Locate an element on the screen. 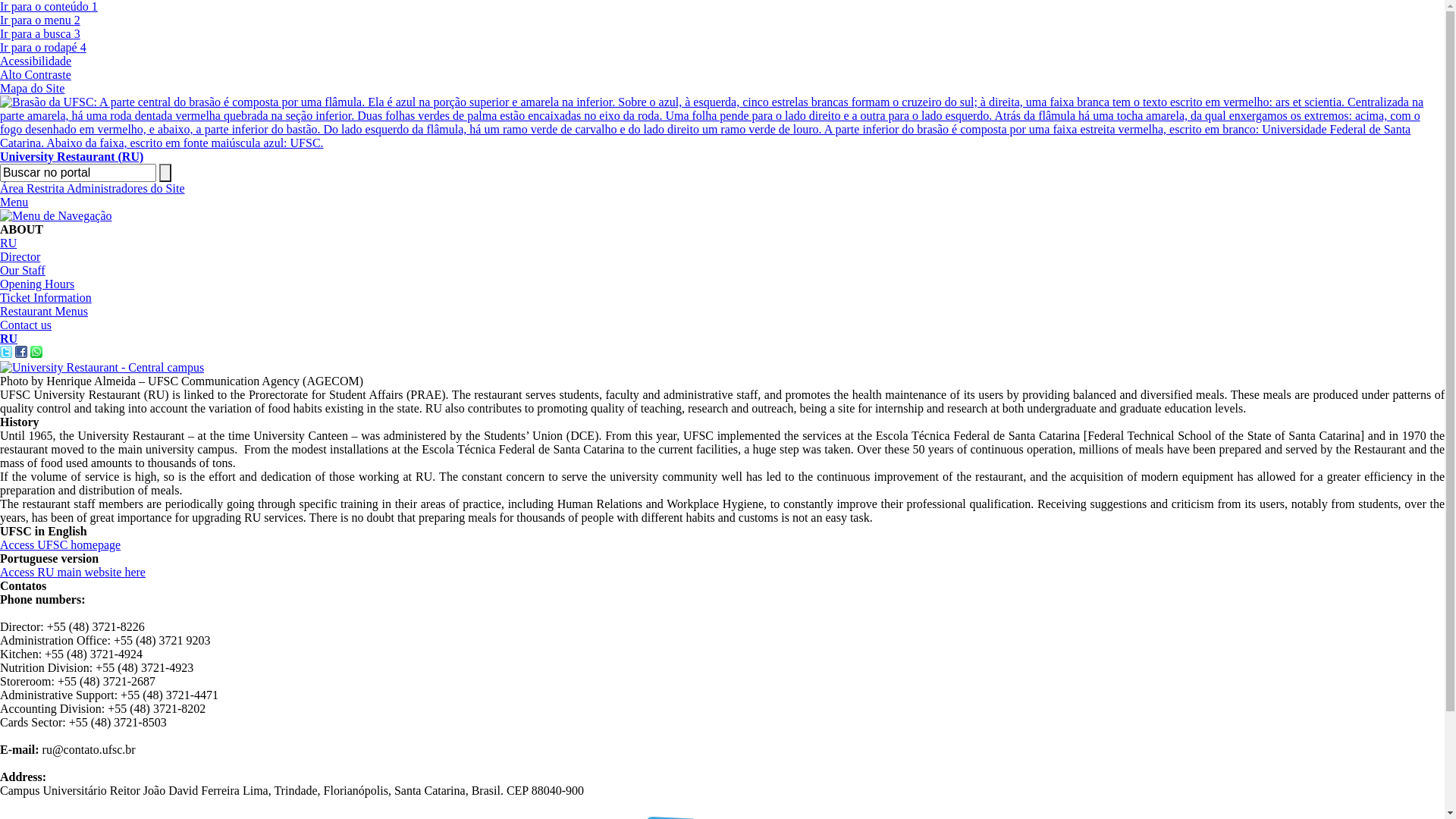  'Acessibilidade' is located at coordinates (36, 60).